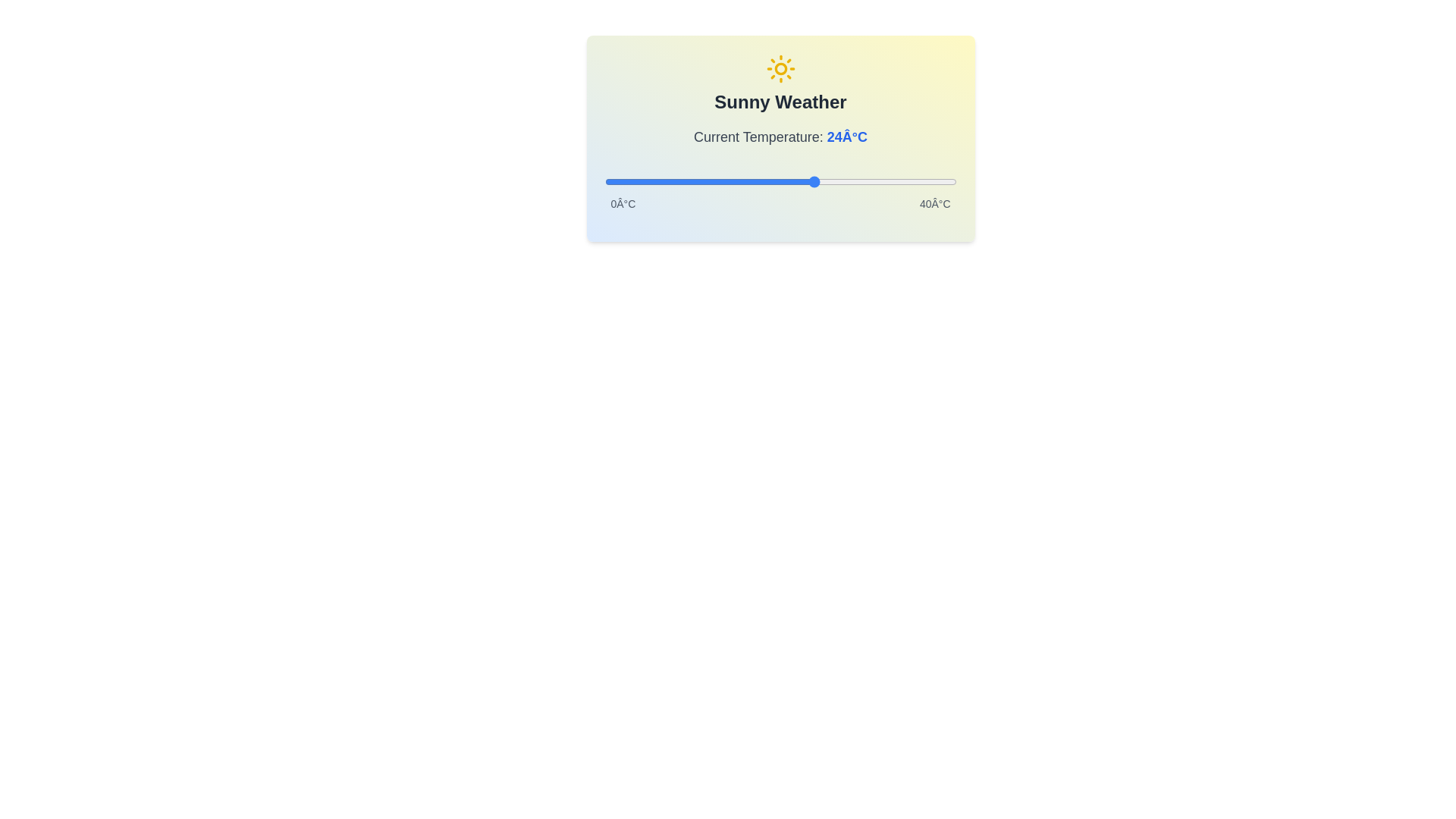  What do you see at coordinates (736, 180) in the screenshot?
I see `the temperature` at bounding box center [736, 180].